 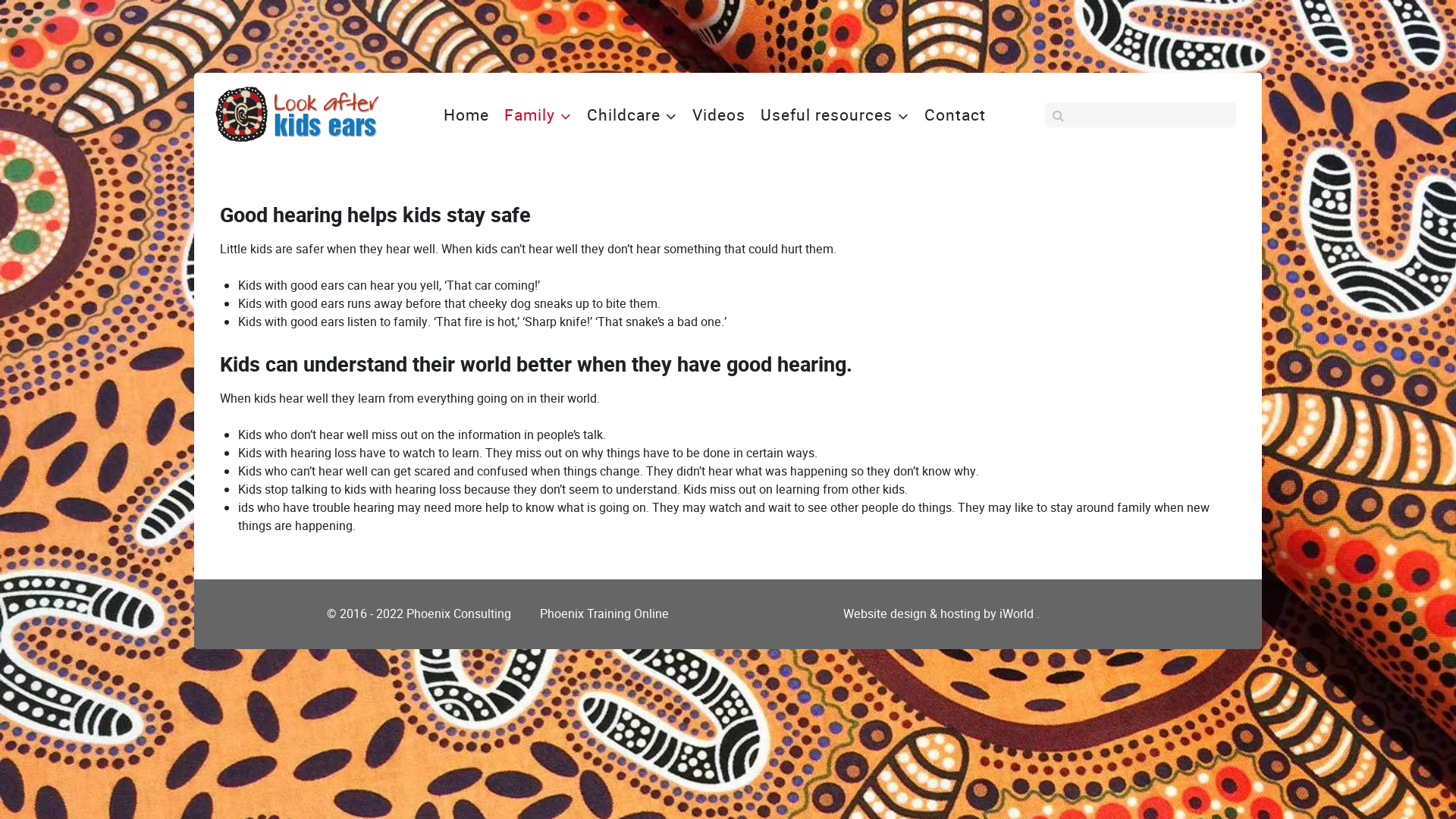 I want to click on 'Childcare', so click(x=632, y=113).